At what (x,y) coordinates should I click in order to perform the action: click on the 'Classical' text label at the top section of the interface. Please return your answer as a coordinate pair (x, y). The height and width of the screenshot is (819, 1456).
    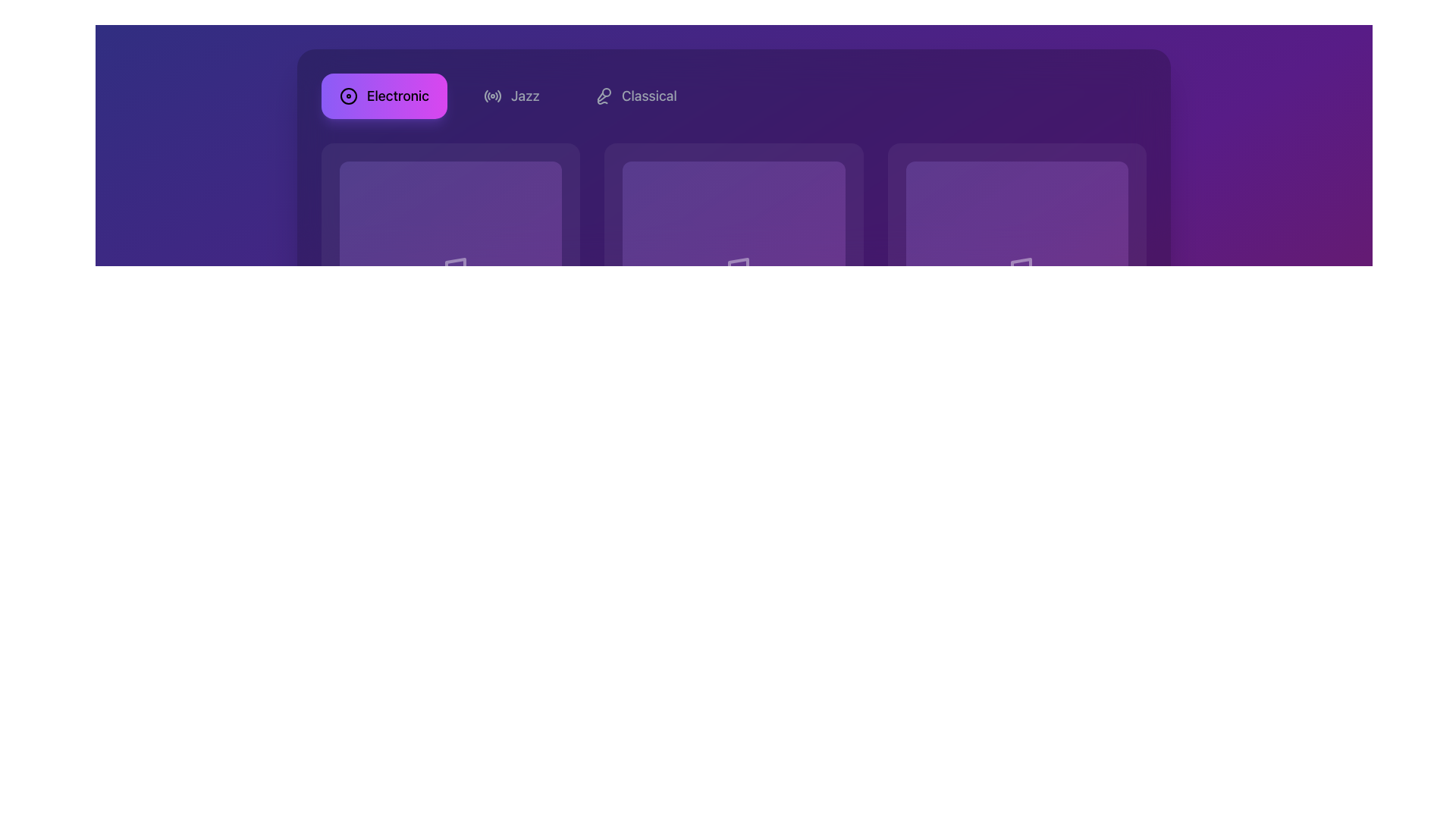
    Looking at the image, I should click on (649, 96).